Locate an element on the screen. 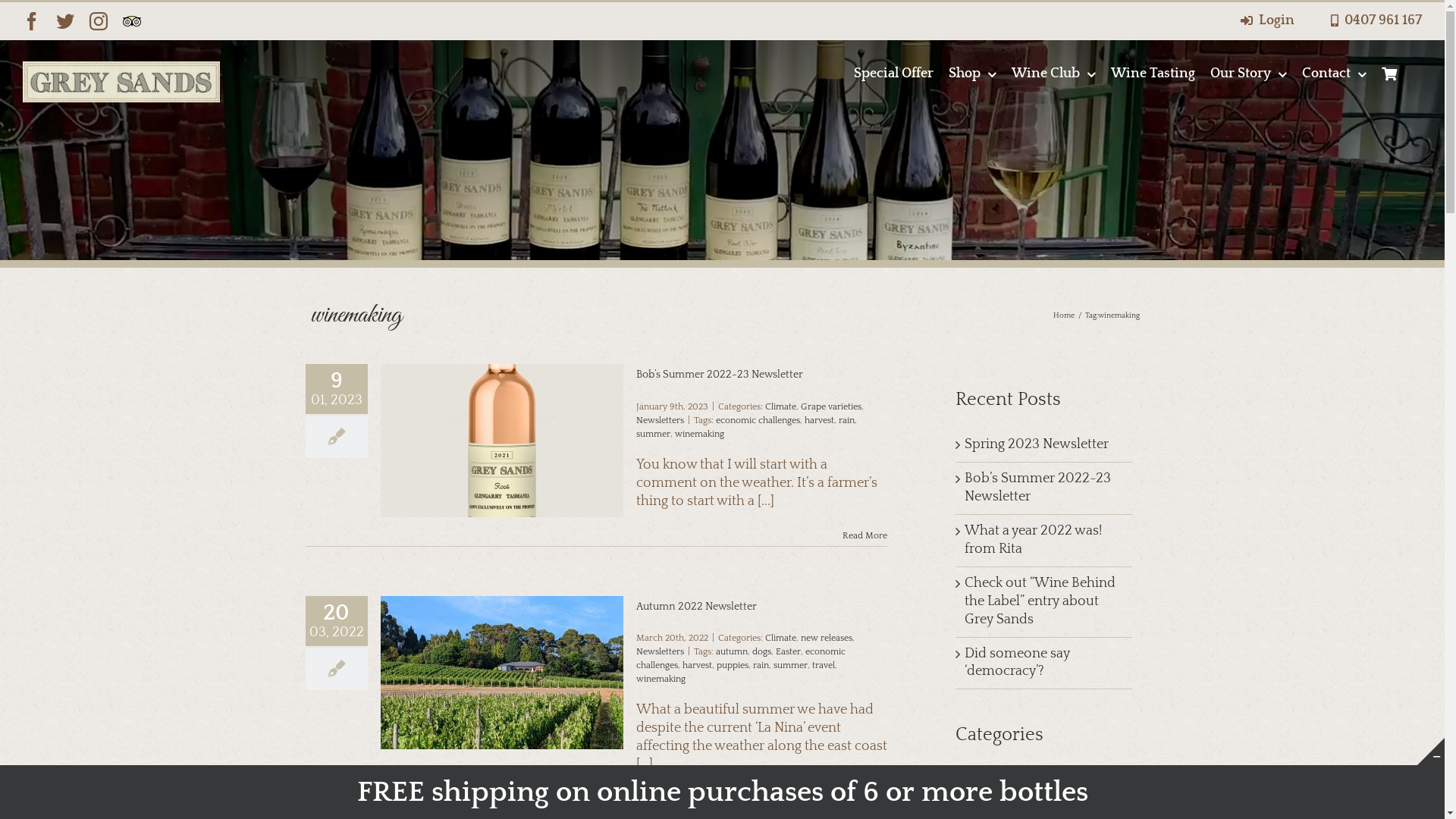 This screenshot has height=819, width=1456. 'Contact' is located at coordinates (1301, 82).